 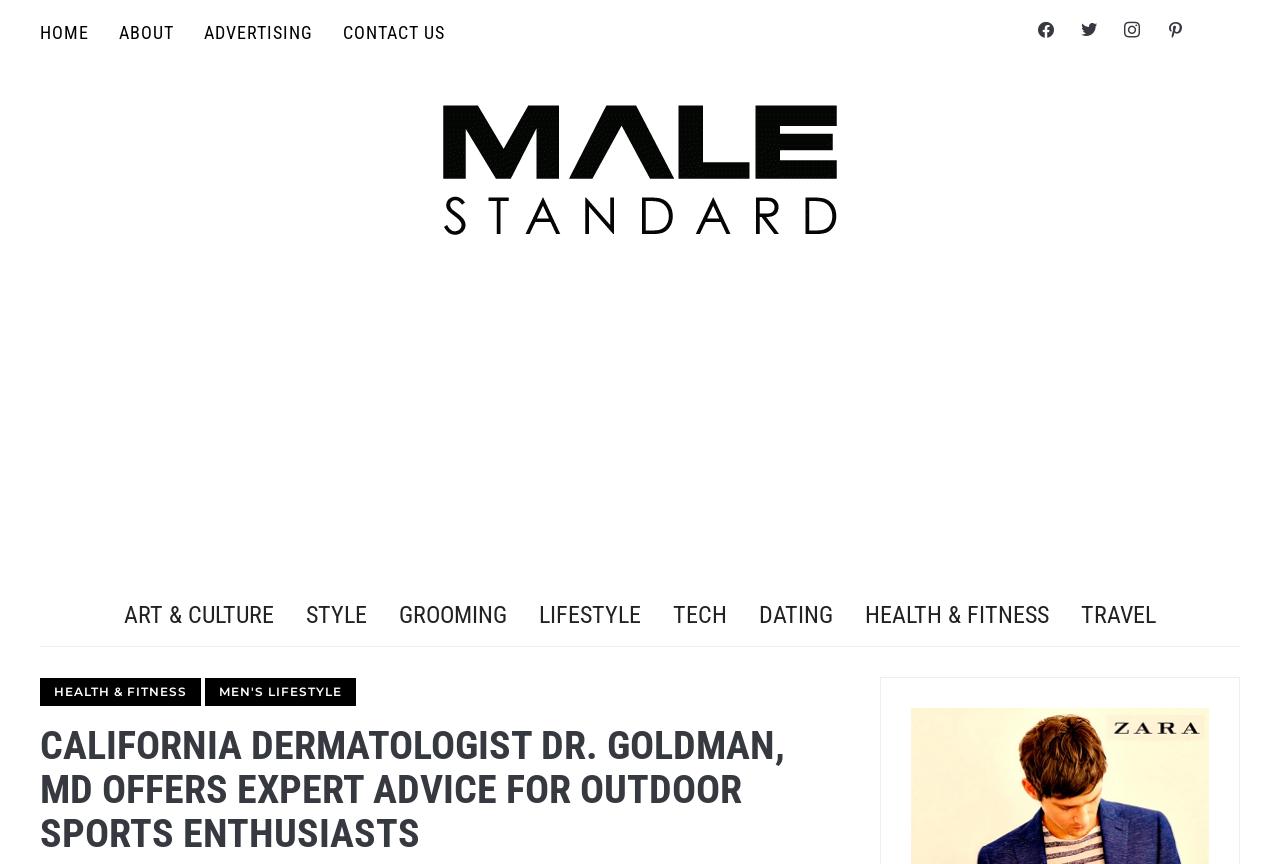 What do you see at coordinates (700, 613) in the screenshot?
I see `'Tech'` at bounding box center [700, 613].